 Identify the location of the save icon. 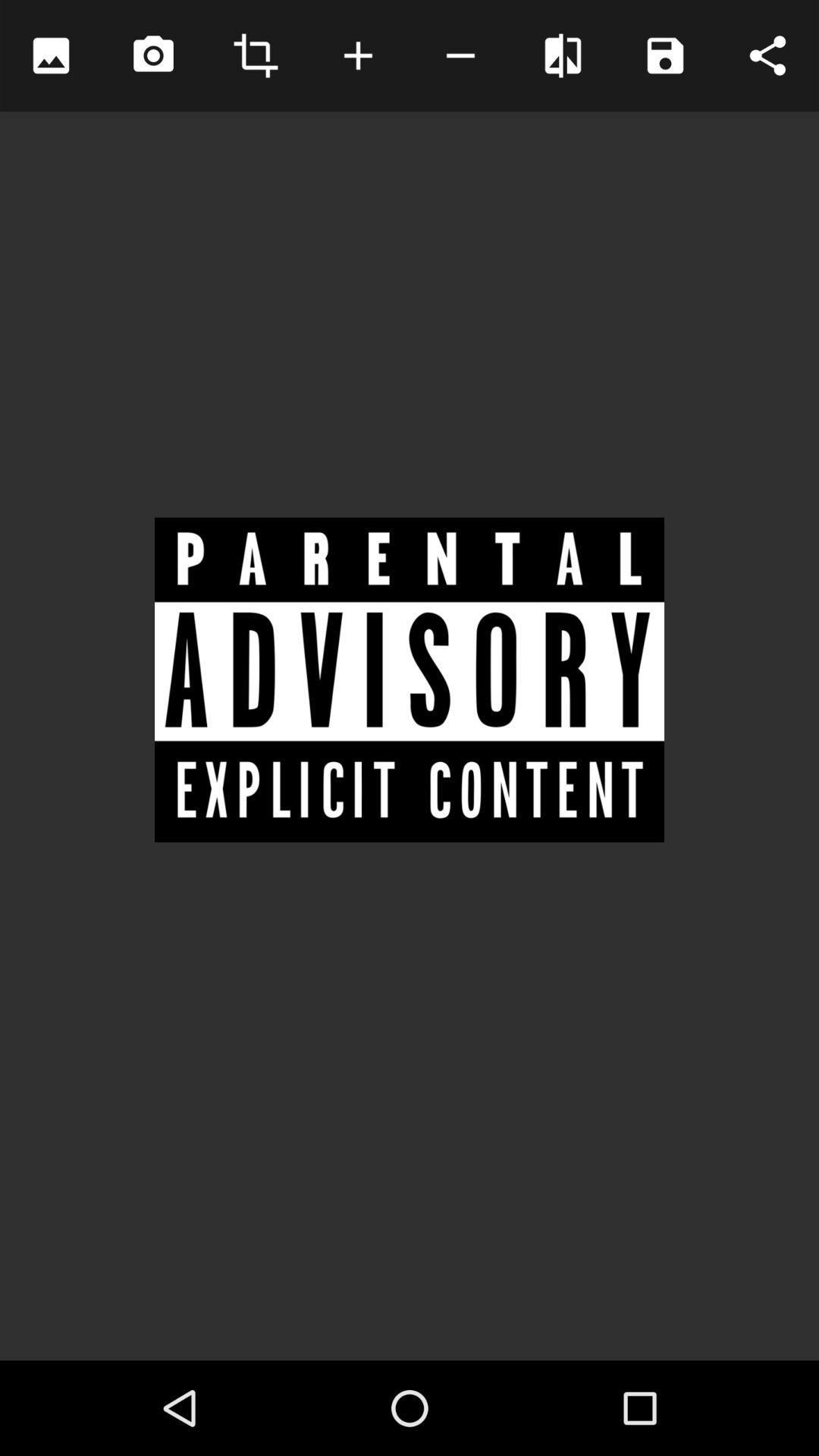
(664, 55).